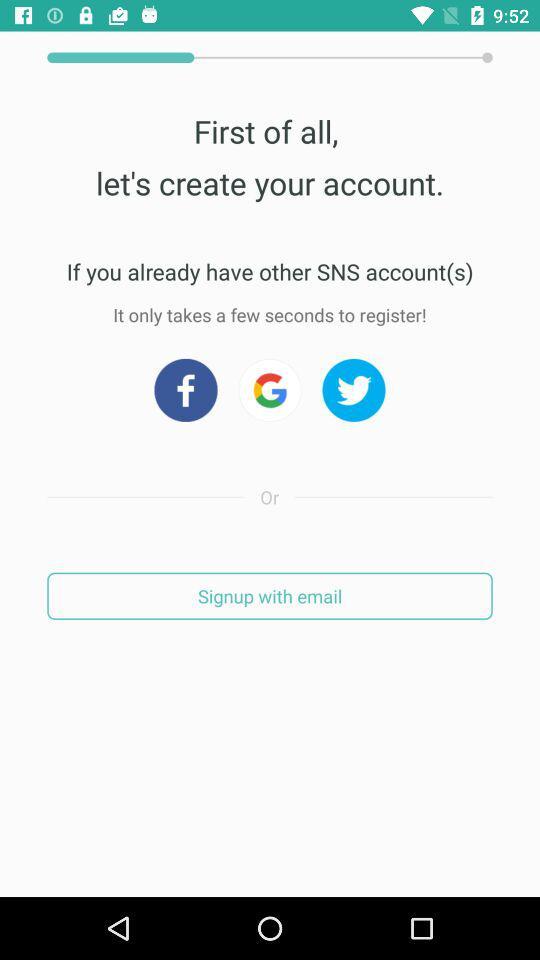 This screenshot has width=540, height=960. Describe the element at coordinates (353, 389) in the screenshot. I see `share via twitter` at that location.